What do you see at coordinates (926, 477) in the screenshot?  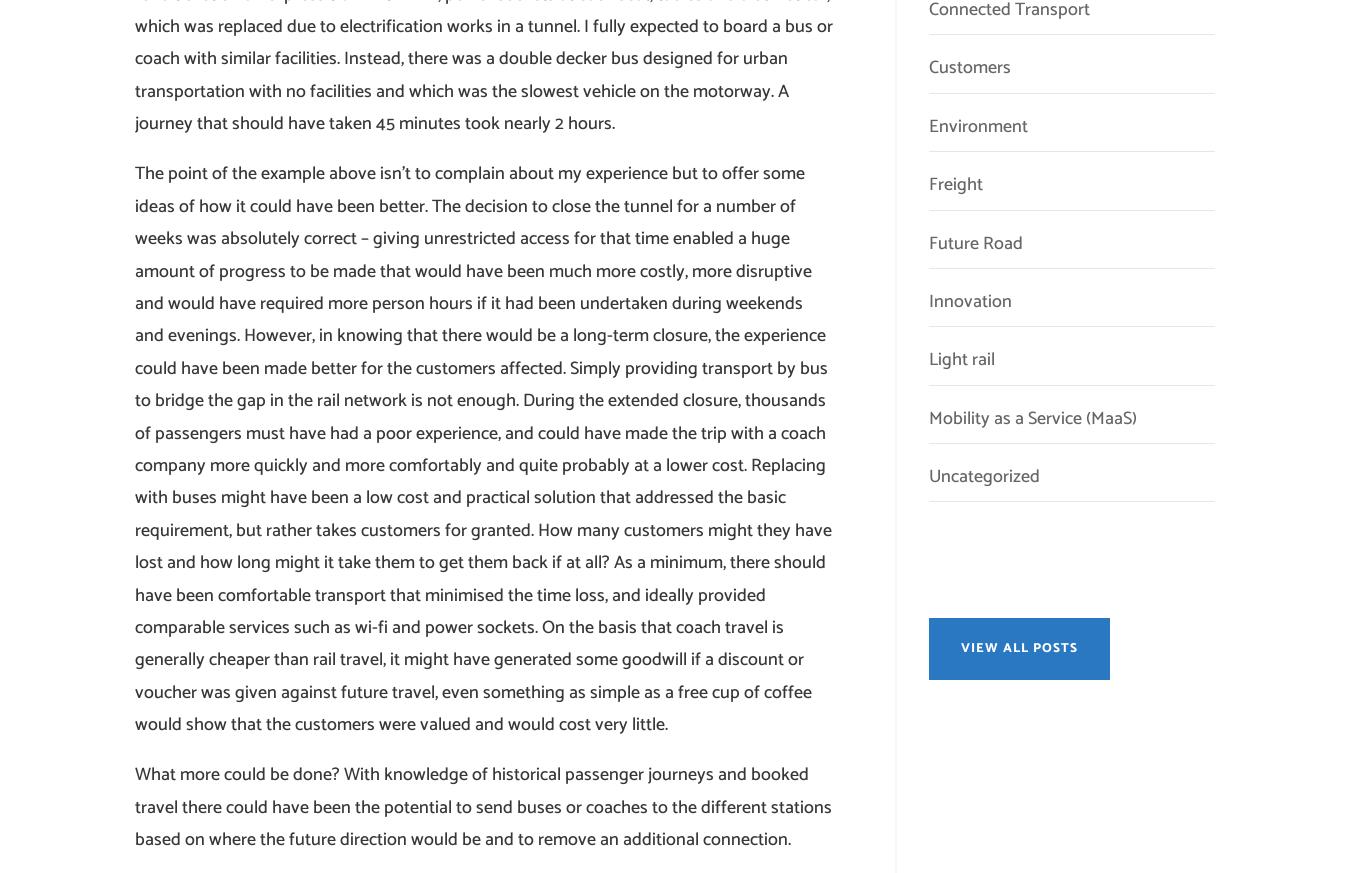 I see `'Uncategorized'` at bounding box center [926, 477].